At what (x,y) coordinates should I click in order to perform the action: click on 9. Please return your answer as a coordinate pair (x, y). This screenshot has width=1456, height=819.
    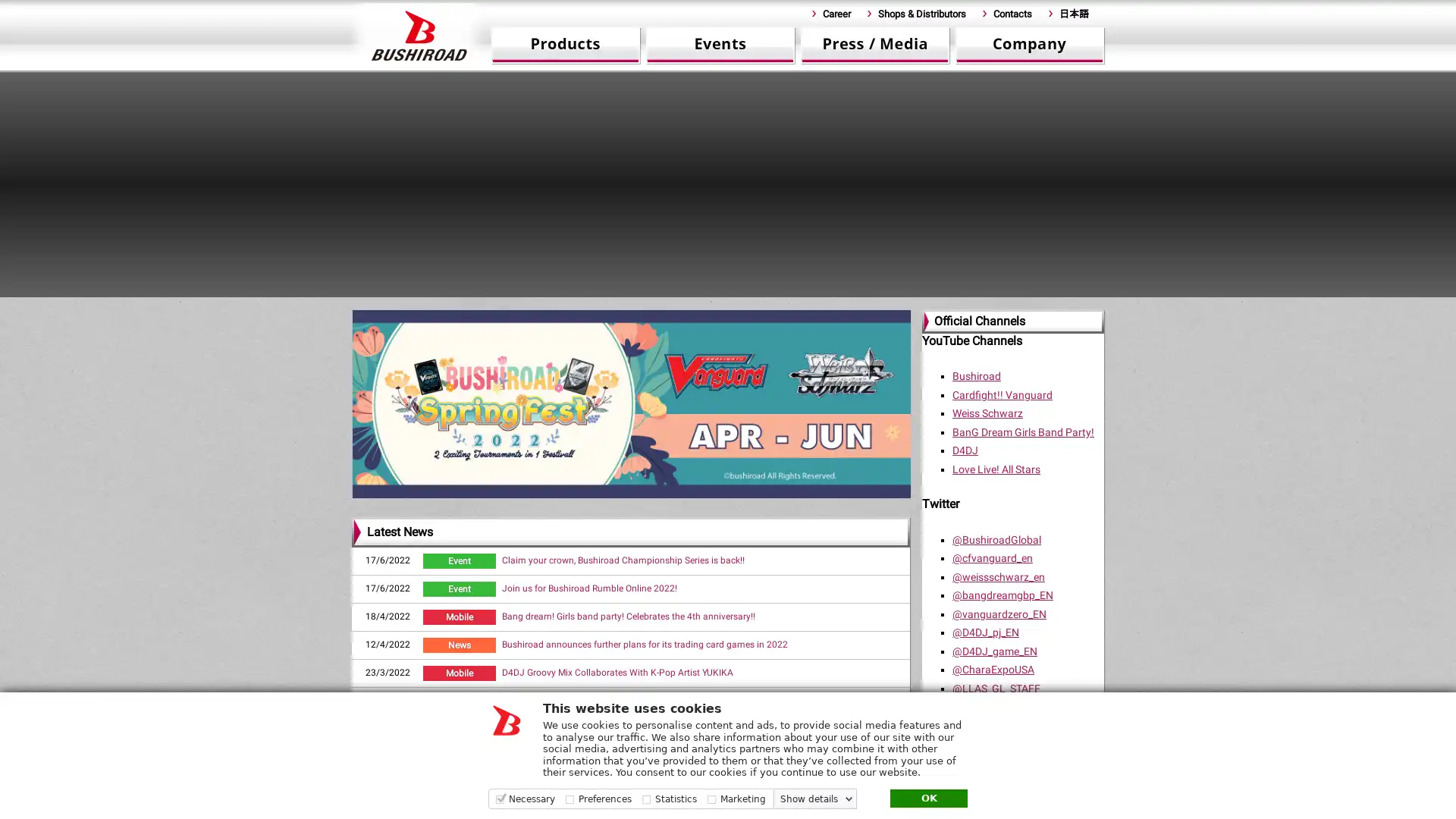
    Looking at the image, I should click on (739, 291).